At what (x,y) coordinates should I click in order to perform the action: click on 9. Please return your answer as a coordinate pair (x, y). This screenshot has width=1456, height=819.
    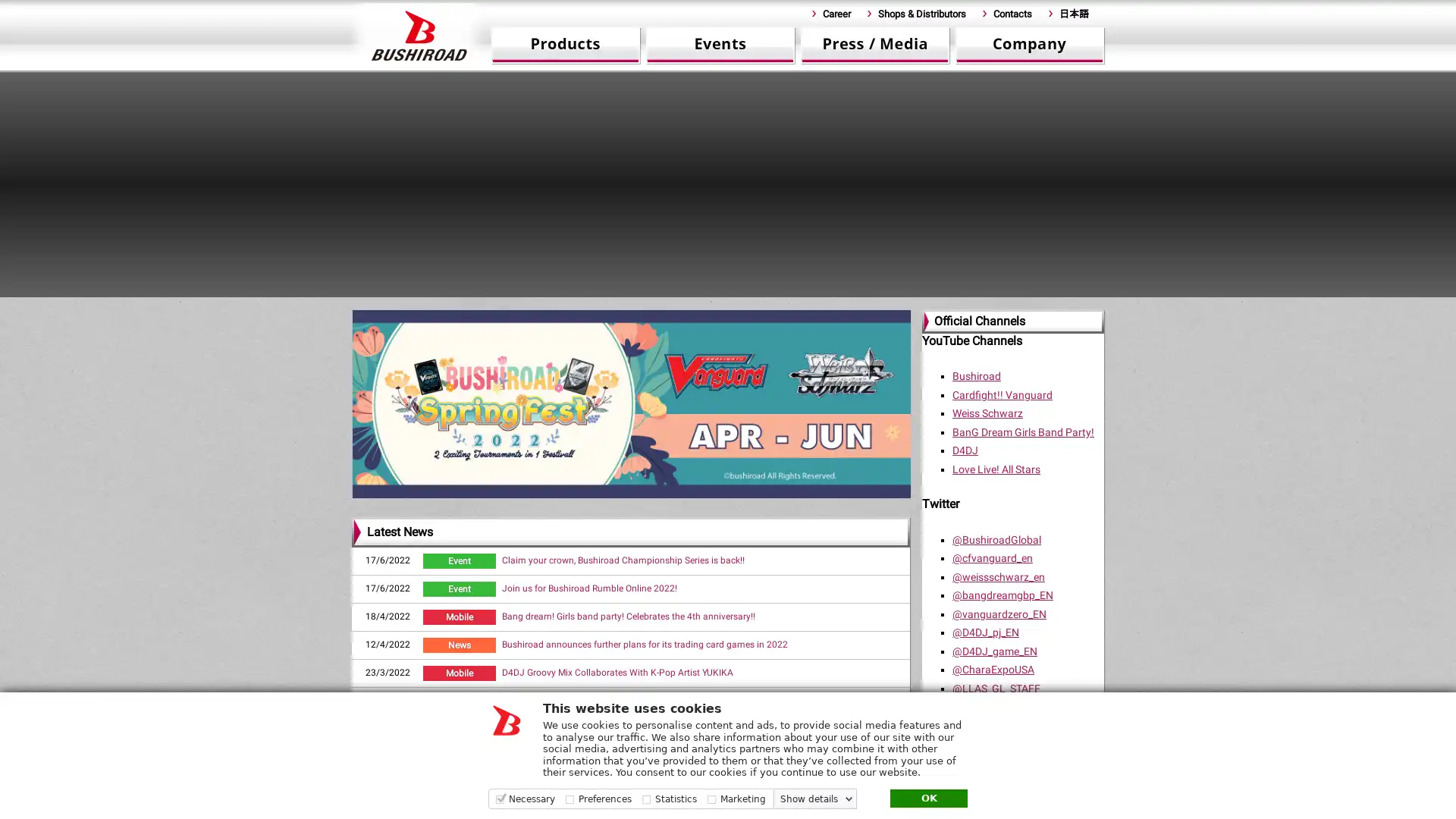
    Looking at the image, I should click on (739, 291).